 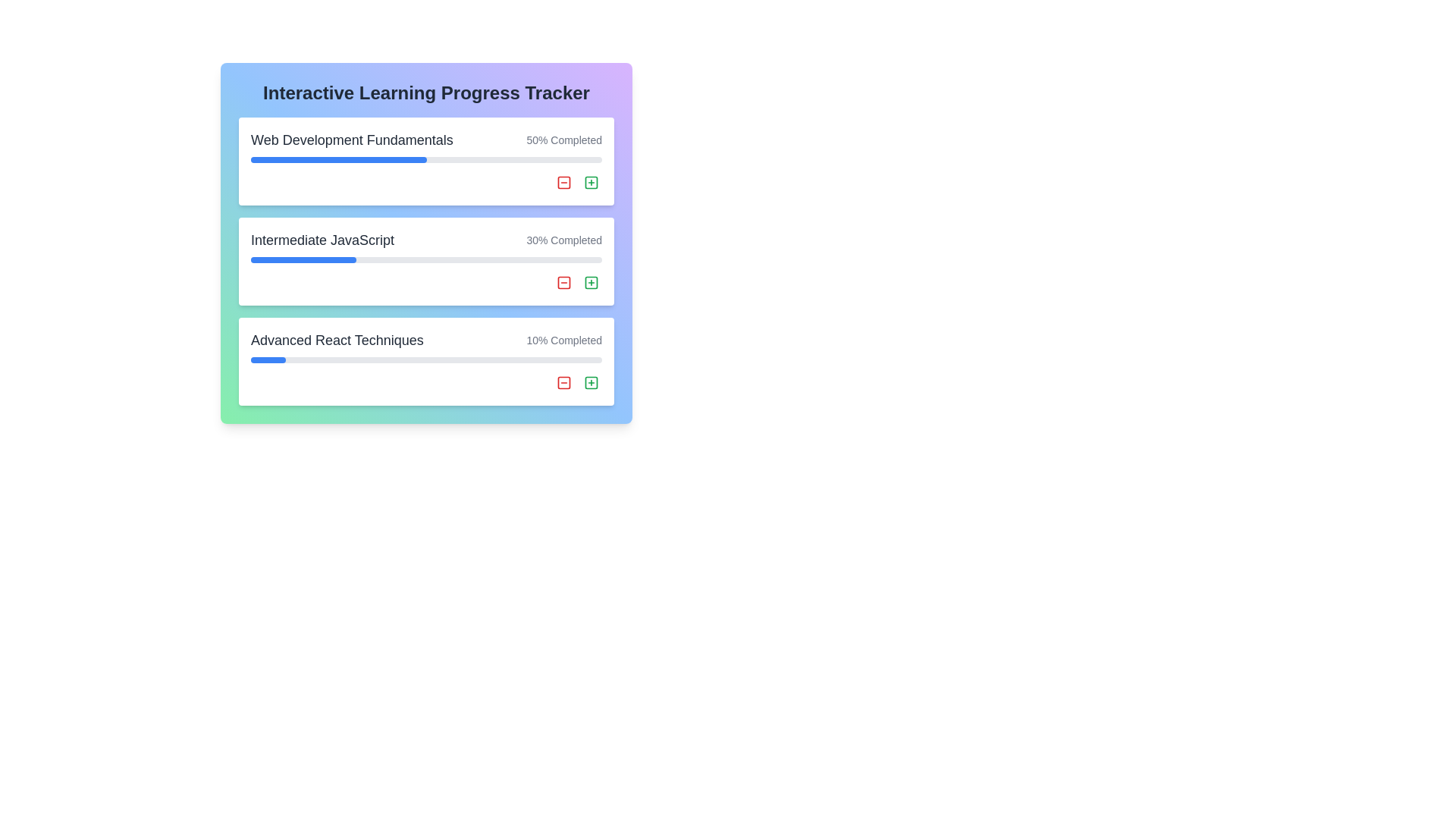 What do you see at coordinates (563, 382) in the screenshot?
I see `the red square button with a minus sign icon located at the bottom-right corner of the 'Advanced React Techniques' section for accessibility purposes` at bounding box center [563, 382].